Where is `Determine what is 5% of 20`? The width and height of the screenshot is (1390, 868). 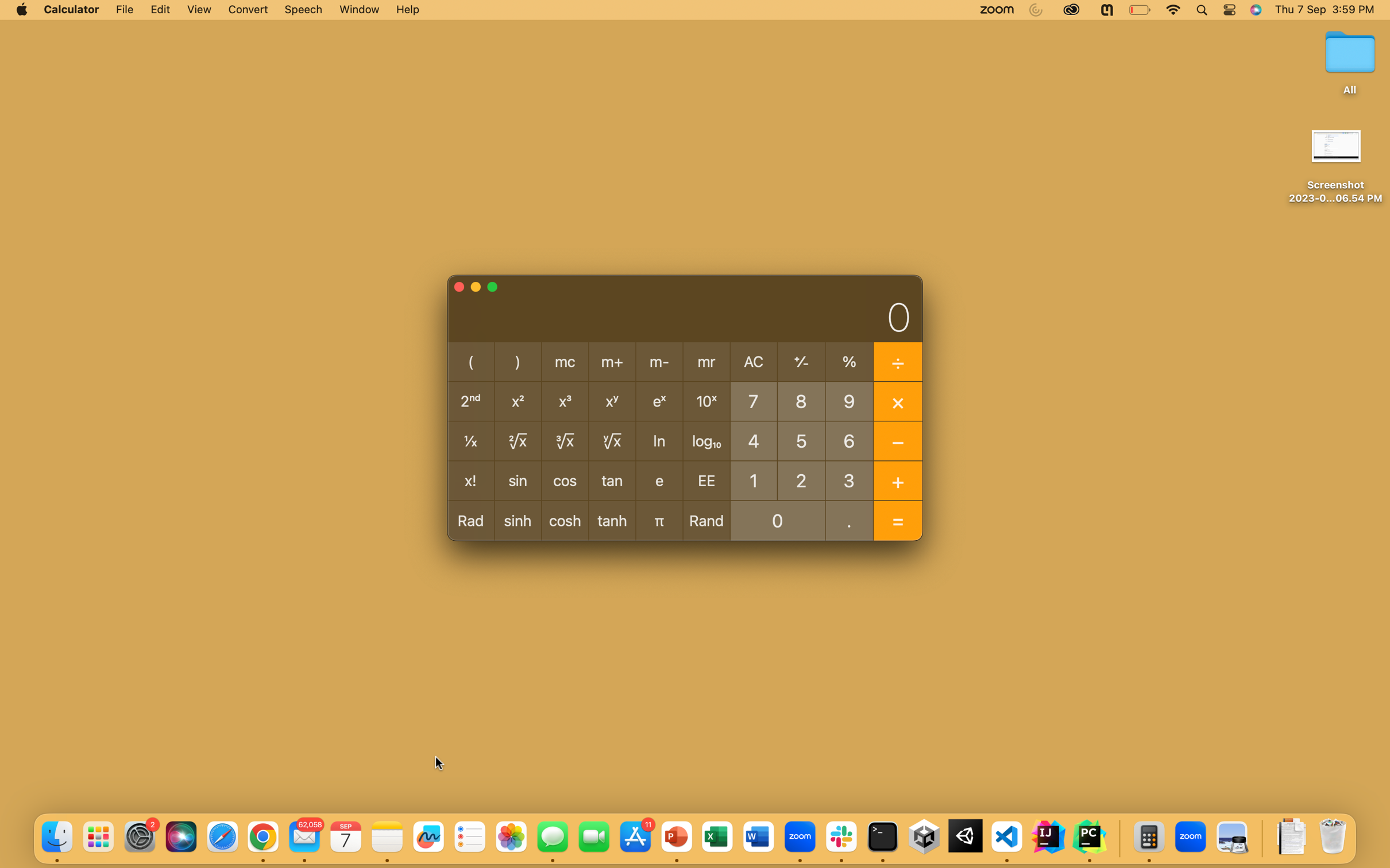 Determine what is 5% of 20 is located at coordinates (801, 439).